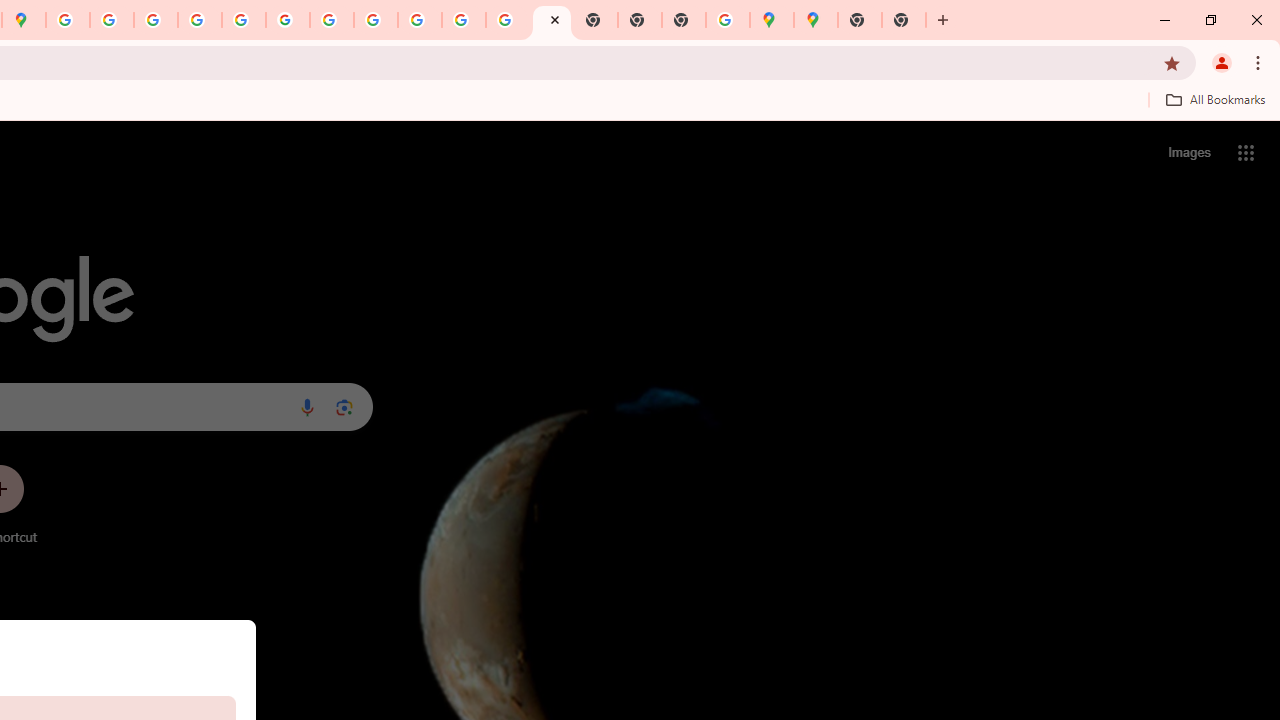 This screenshot has width=1280, height=720. I want to click on 'Privacy Help Center - Policies Help', so click(155, 20).